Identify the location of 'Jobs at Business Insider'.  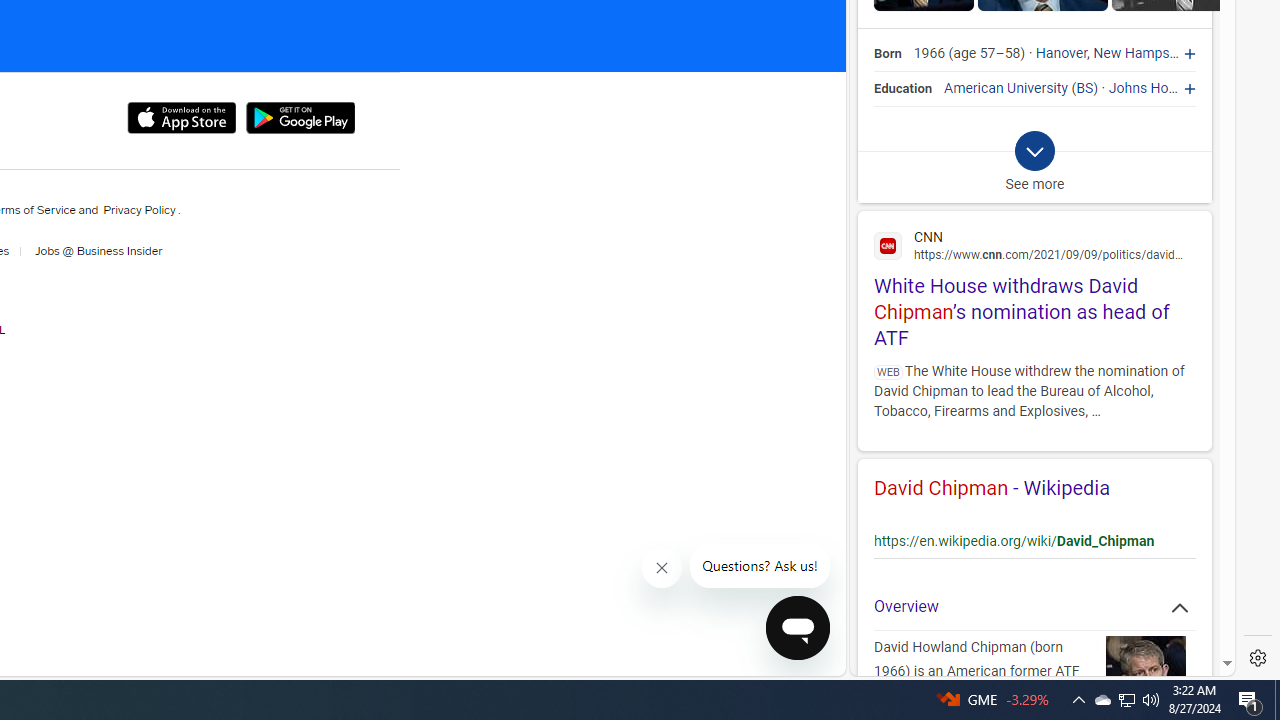
(95, 250).